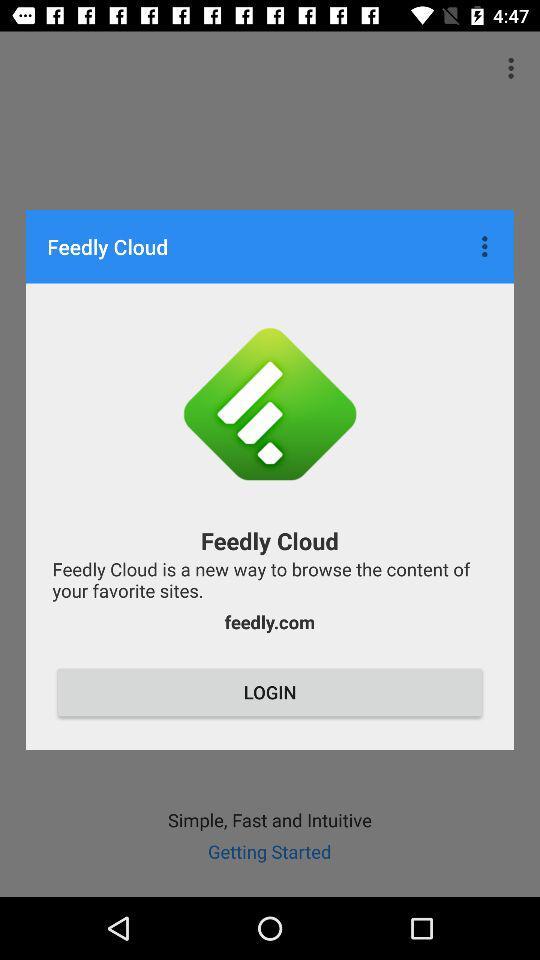  What do you see at coordinates (486, 245) in the screenshot?
I see `icon at the top right corner` at bounding box center [486, 245].